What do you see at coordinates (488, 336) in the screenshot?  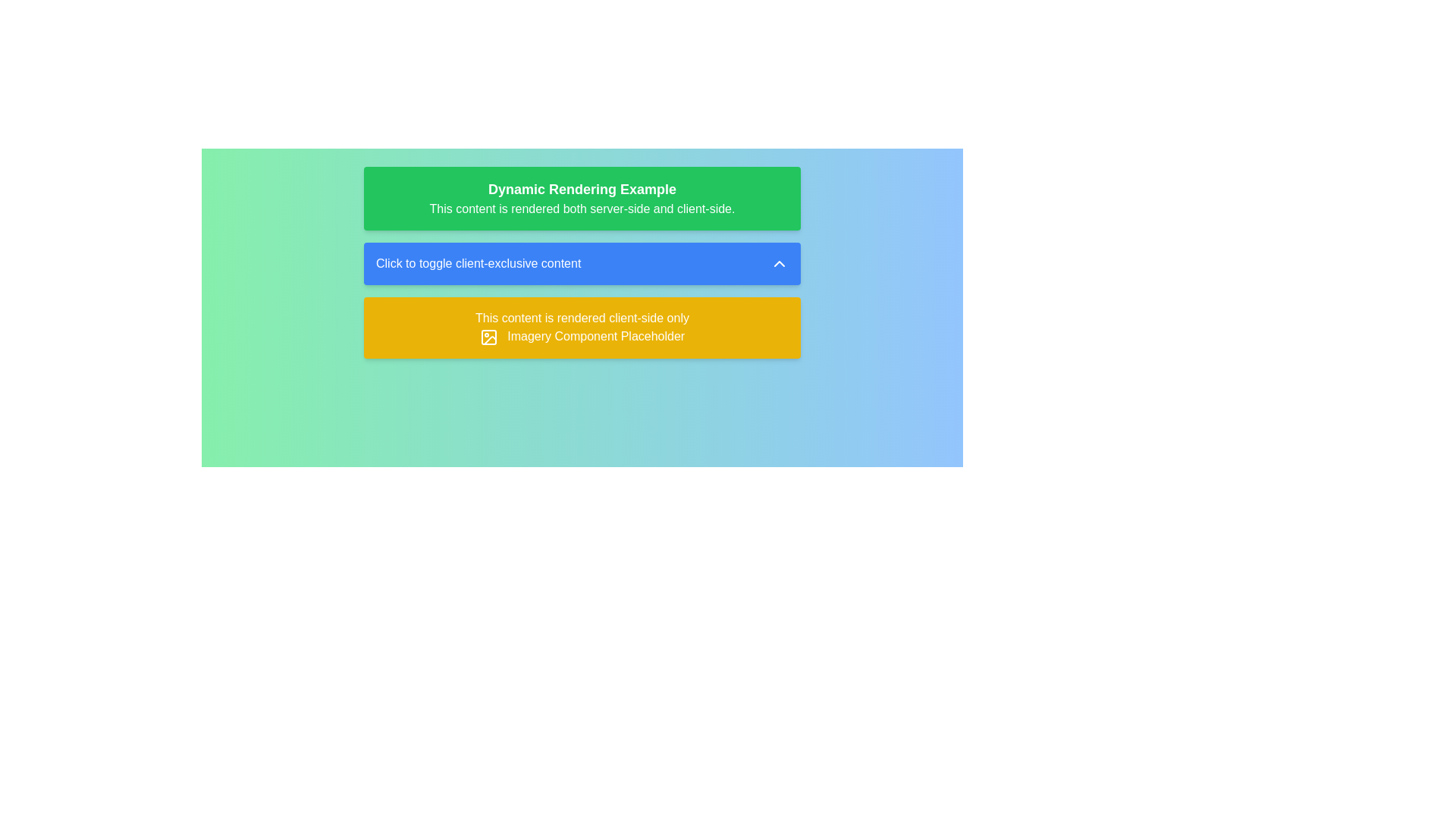 I see `the placeholder role of the icon resembling an image or picture frame, which is located inside the yellow section labeled 'This content is rendered client-side only', near the text 'Imagery Component Placeholder'` at bounding box center [488, 336].